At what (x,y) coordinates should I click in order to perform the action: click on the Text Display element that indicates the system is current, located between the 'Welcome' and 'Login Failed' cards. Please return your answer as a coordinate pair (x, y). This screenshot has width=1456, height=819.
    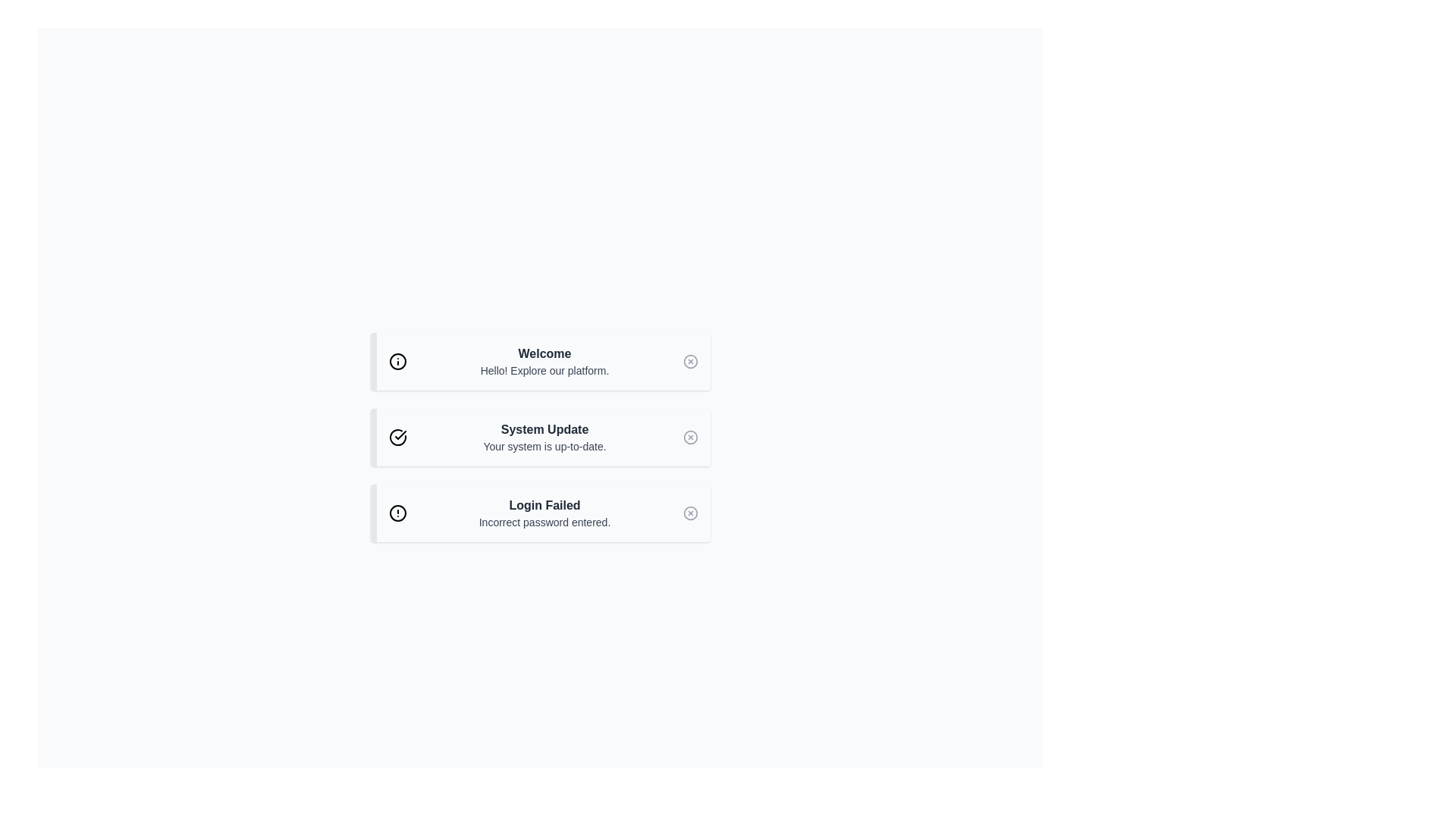
    Looking at the image, I should click on (544, 438).